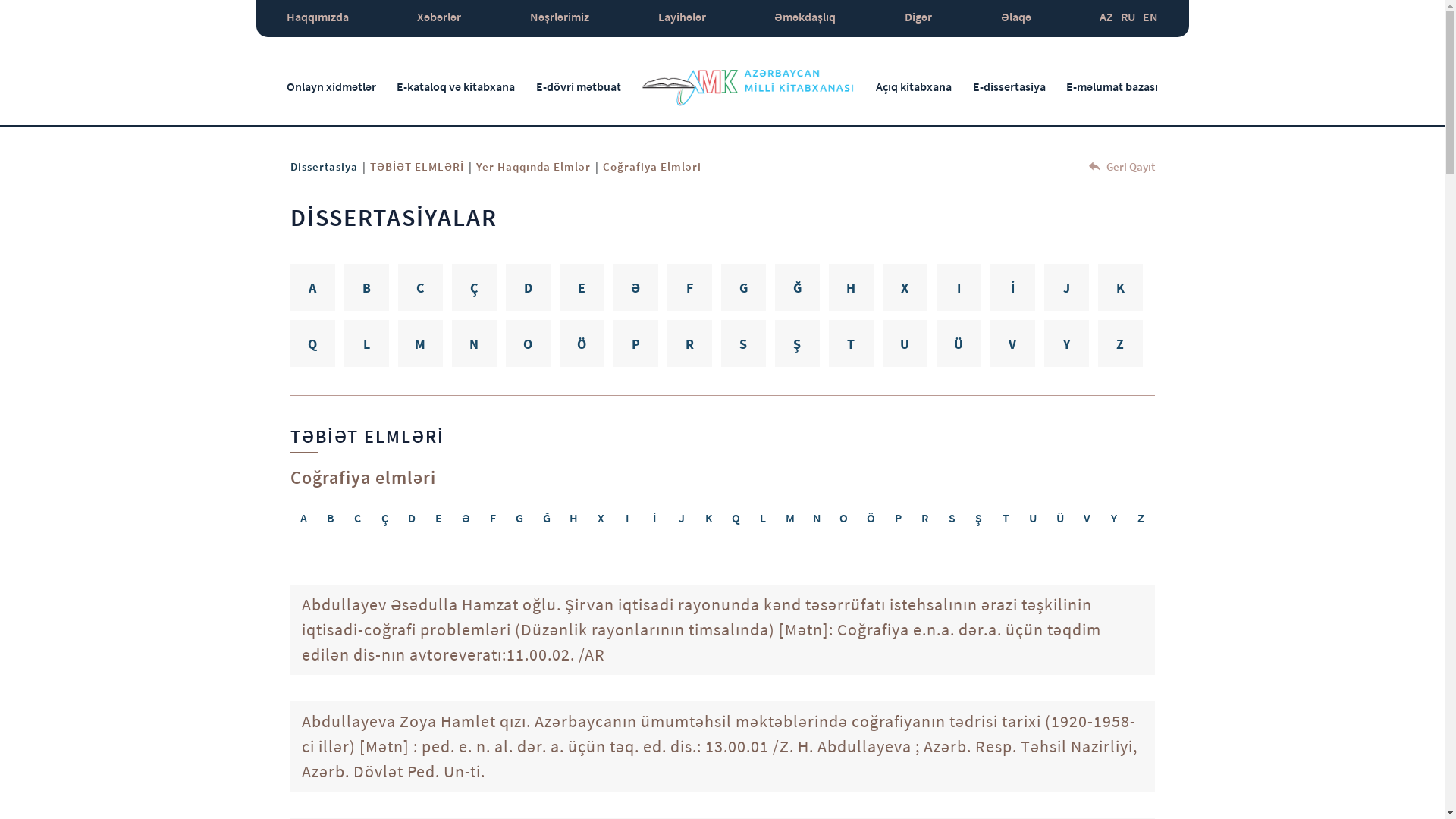  Describe the element at coordinates (1009, 86) in the screenshot. I see `'E-dissertasiya'` at that location.